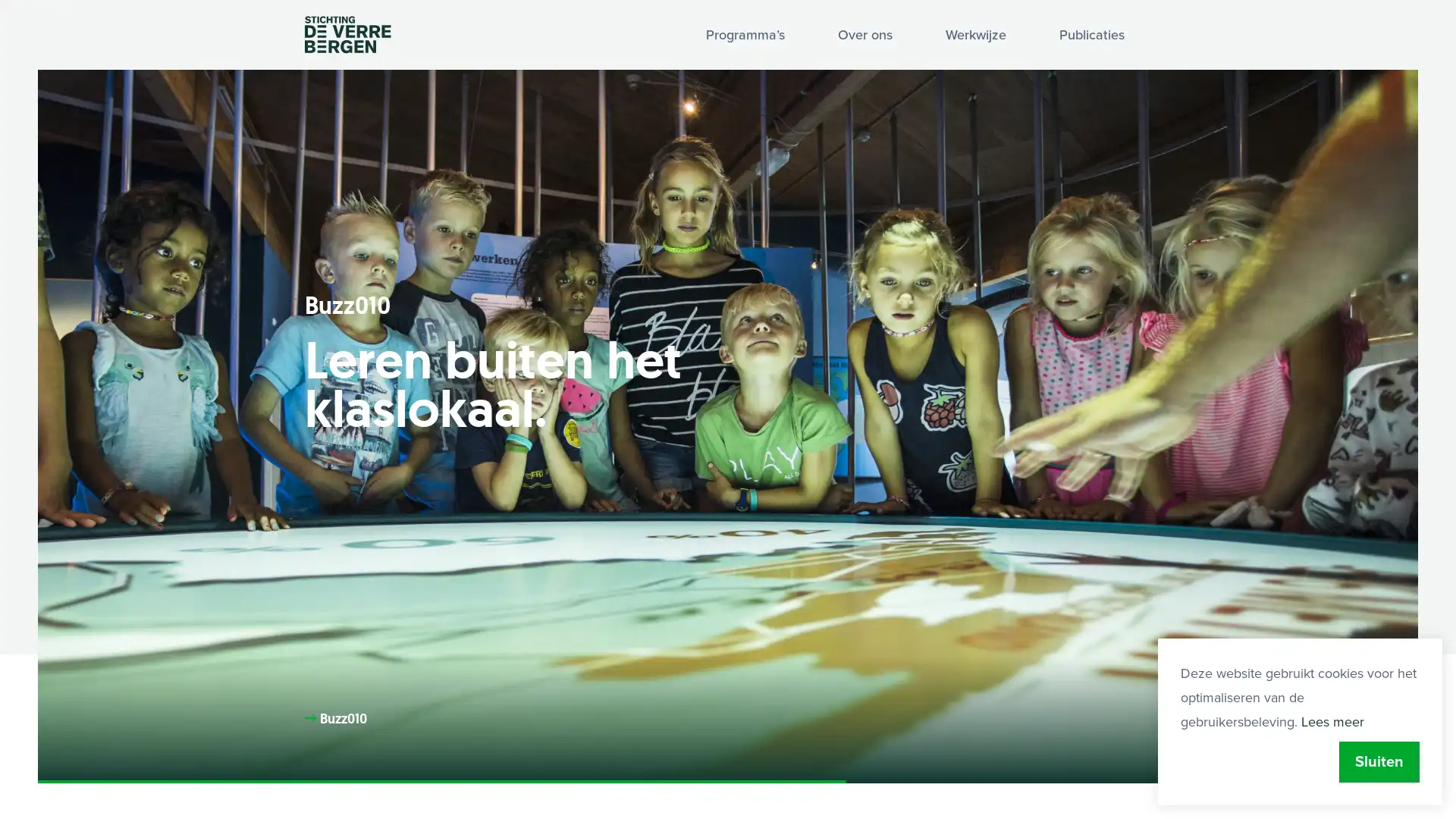 This screenshot has height=819, width=1456. Describe the element at coordinates (1332, 721) in the screenshot. I see `learn more about cookies` at that location.